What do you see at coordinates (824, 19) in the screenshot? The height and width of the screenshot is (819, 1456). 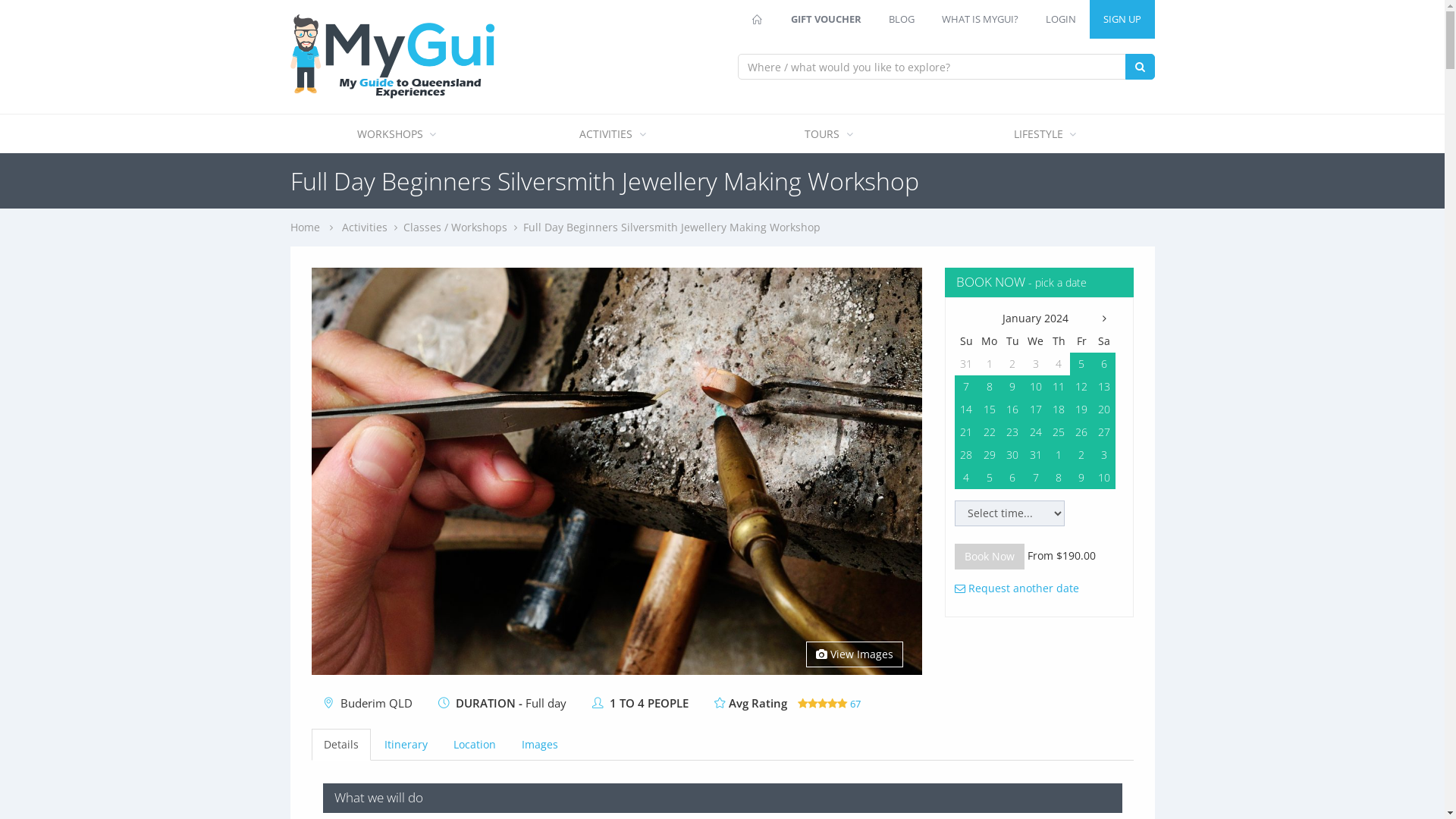 I see `'GIFT VOUCHER'` at bounding box center [824, 19].